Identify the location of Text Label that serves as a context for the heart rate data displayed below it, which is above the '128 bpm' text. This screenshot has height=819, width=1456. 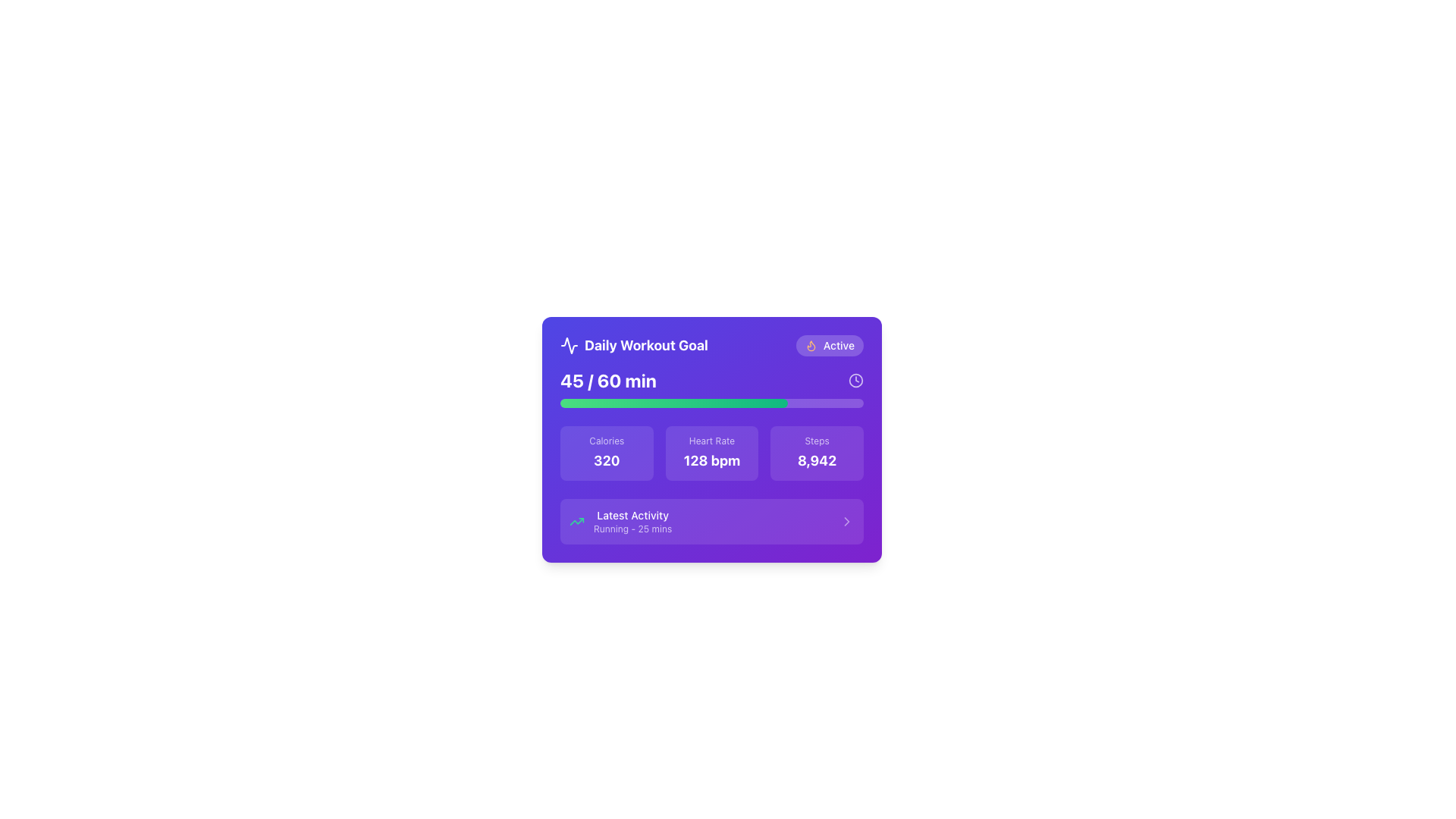
(711, 441).